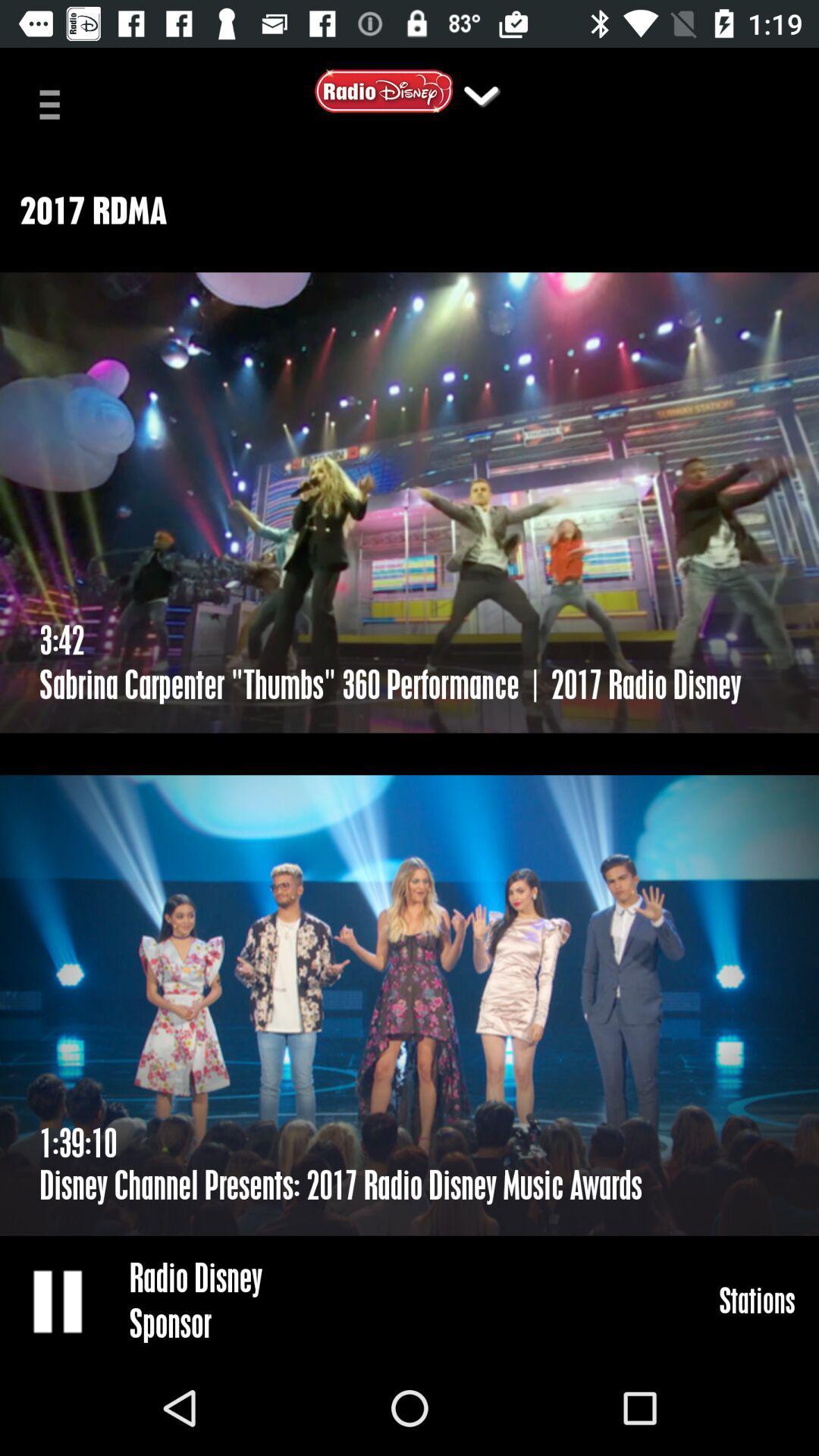 Image resolution: width=819 pixels, height=1456 pixels. Describe the element at coordinates (58, 1300) in the screenshot. I see `icon to the left of the radio disney item` at that location.